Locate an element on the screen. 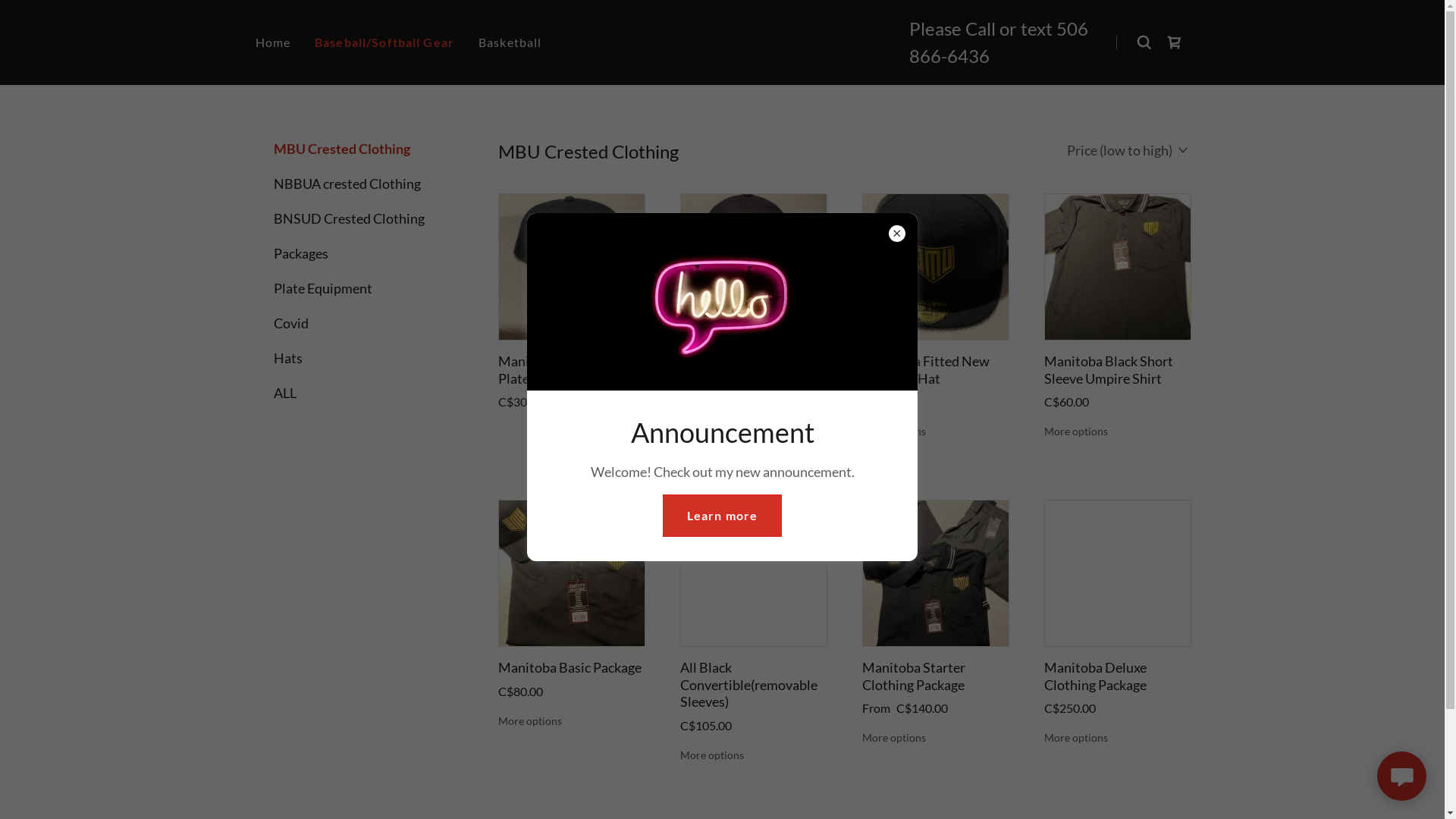  'Manitoba Basic Package is located at coordinates (497, 614).